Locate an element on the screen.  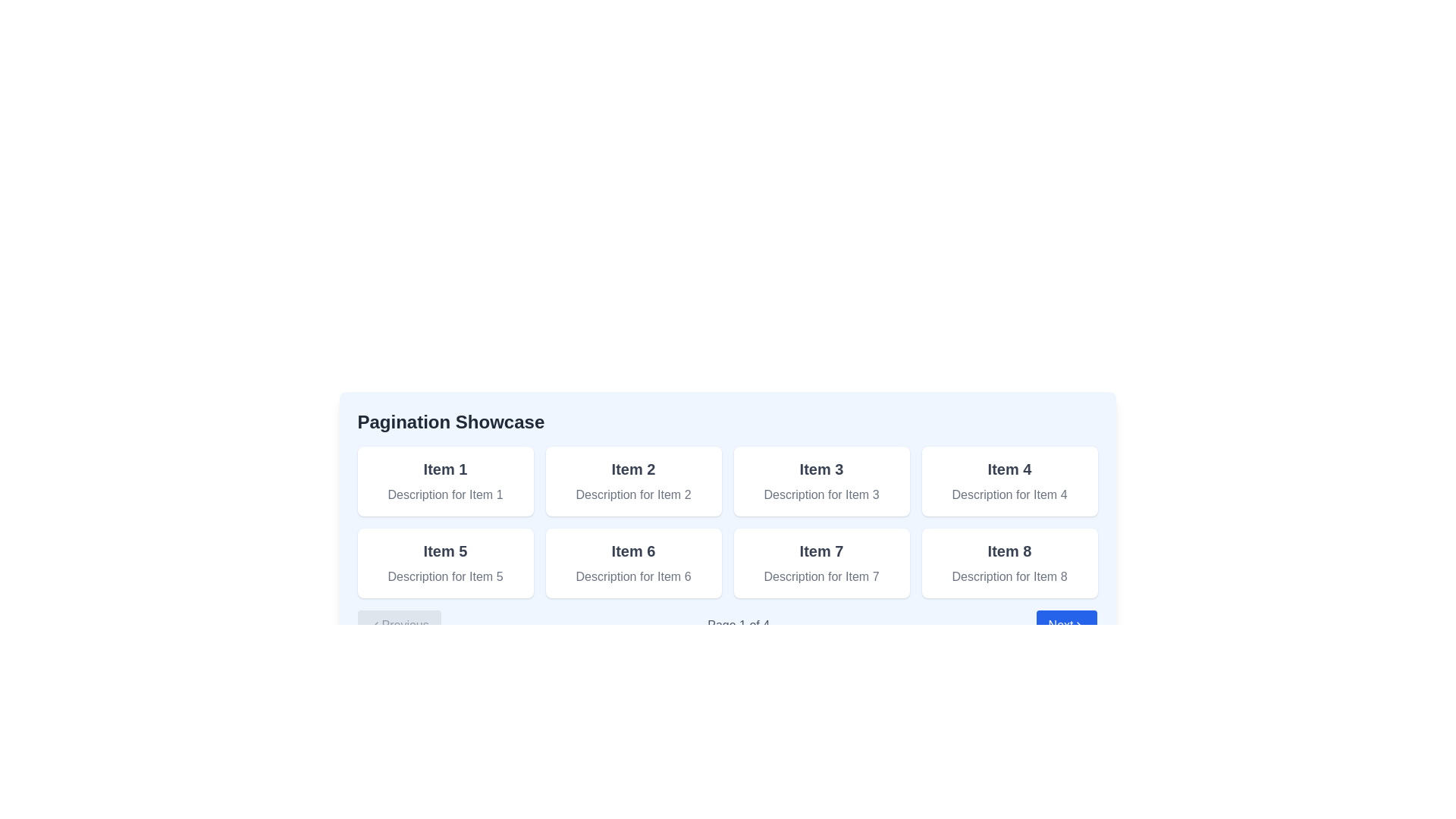
the Text label element displaying 'Item 7', which is styled with a large bold font in dark gray color, located within the white card structure is located at coordinates (821, 551).